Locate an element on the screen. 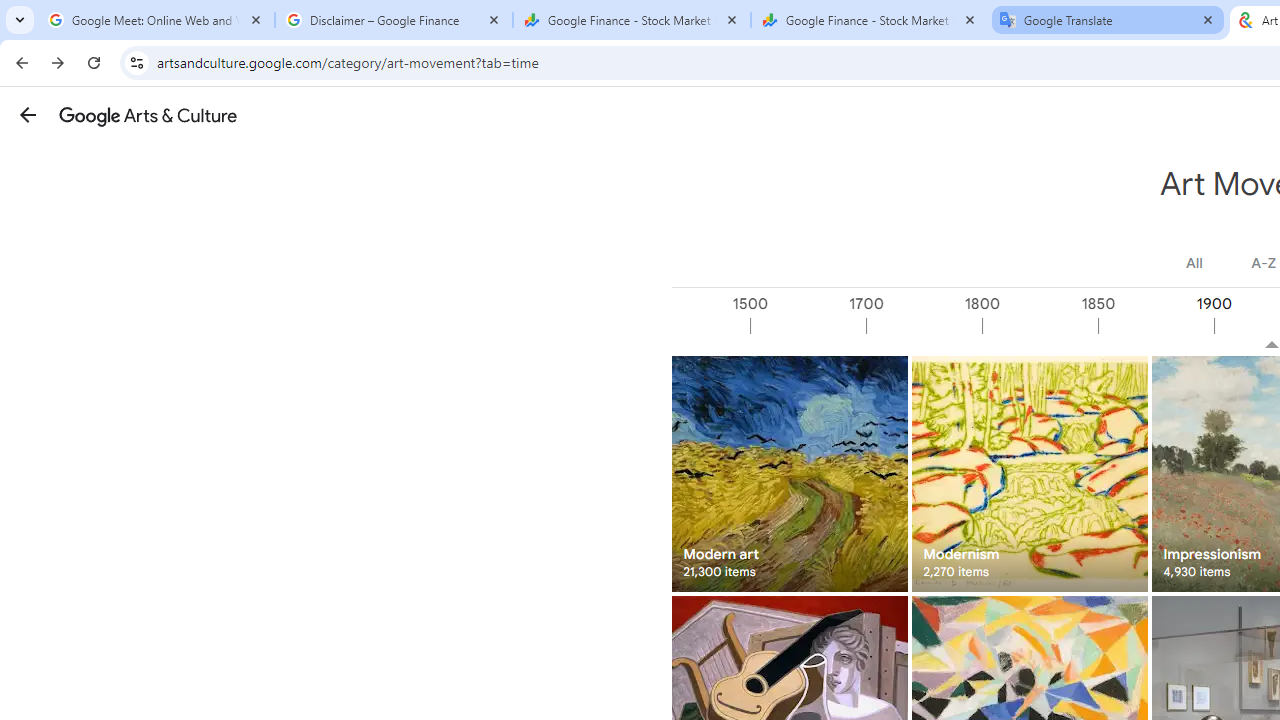 This screenshot has height=720, width=1280. 'Google Translate' is located at coordinates (1107, 20).